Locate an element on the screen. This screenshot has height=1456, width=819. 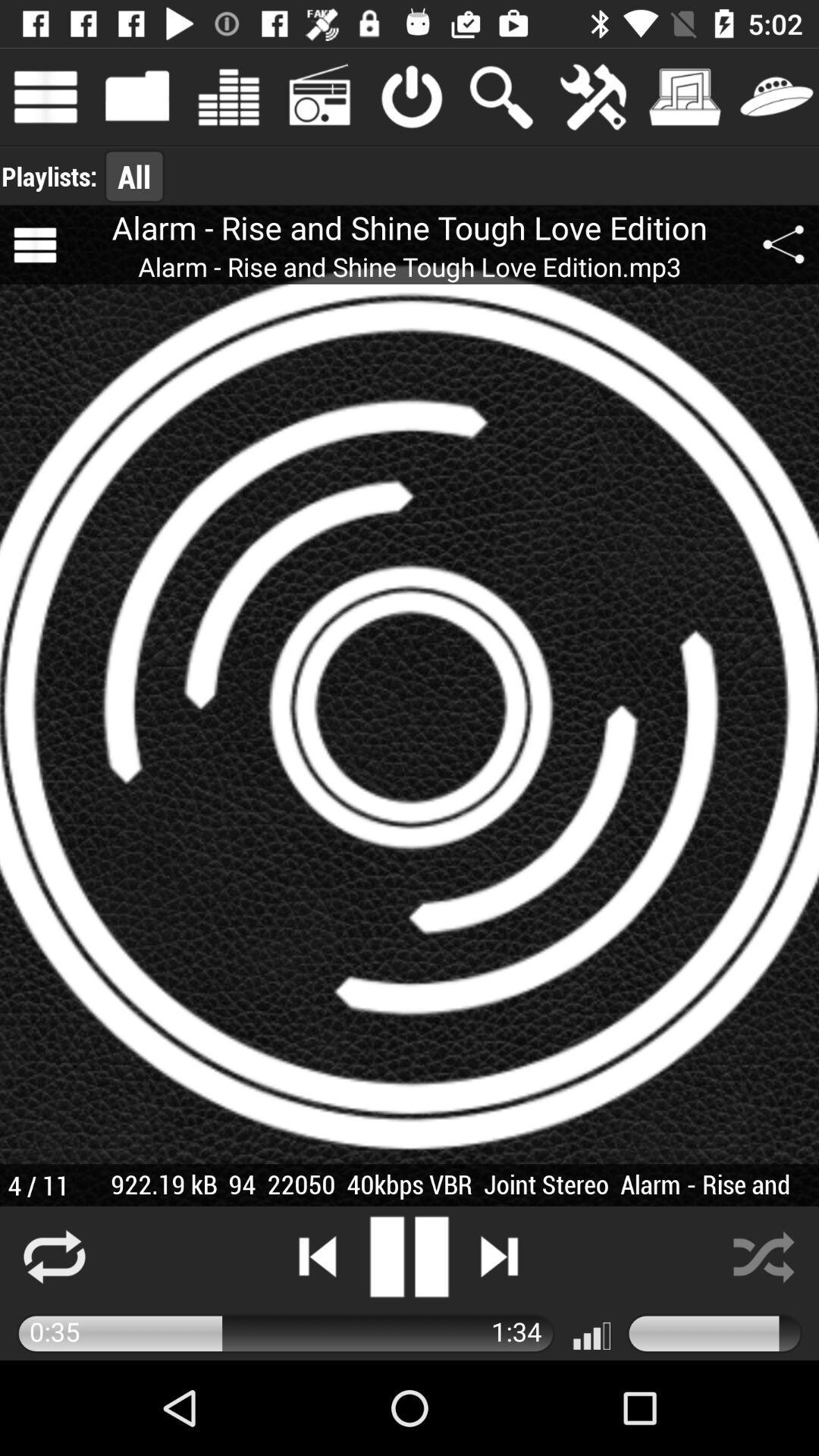
the icon to the right of playlists: app is located at coordinates (133, 176).